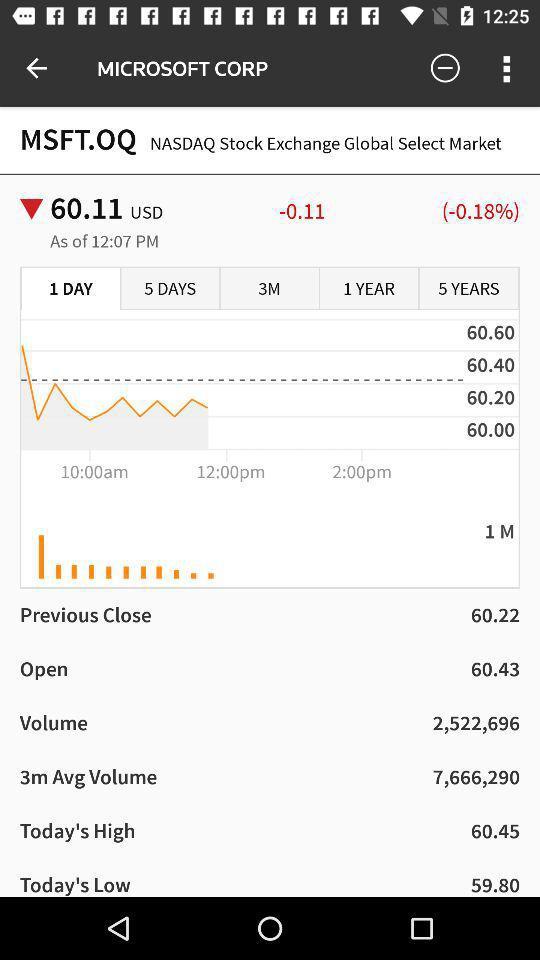  What do you see at coordinates (70, 288) in the screenshot?
I see `the 1 day item` at bounding box center [70, 288].